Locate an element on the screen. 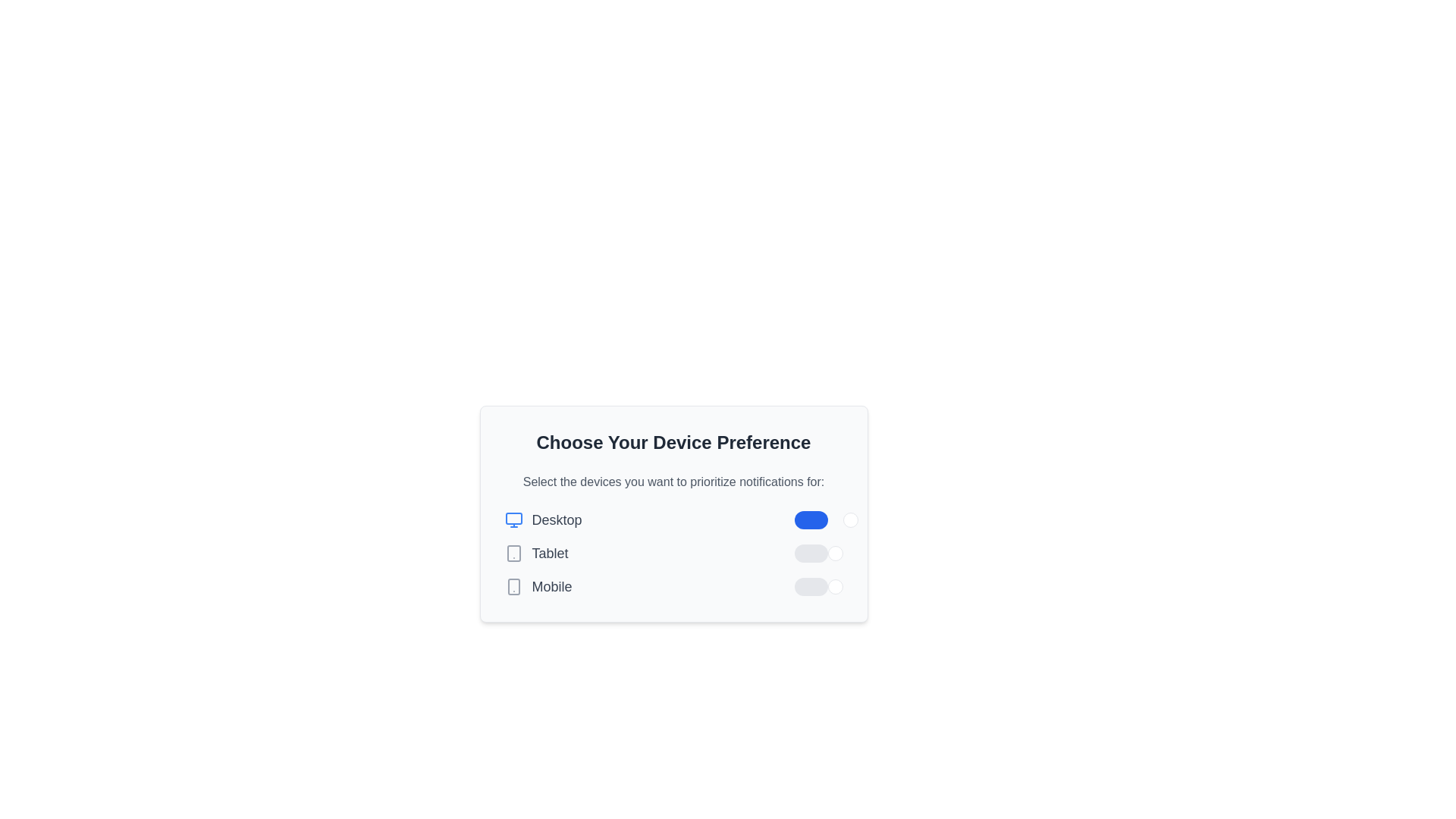  the circular handle of the toggle switch for the 'Tablet' notification preference to receive visual feedback is located at coordinates (834, 553).